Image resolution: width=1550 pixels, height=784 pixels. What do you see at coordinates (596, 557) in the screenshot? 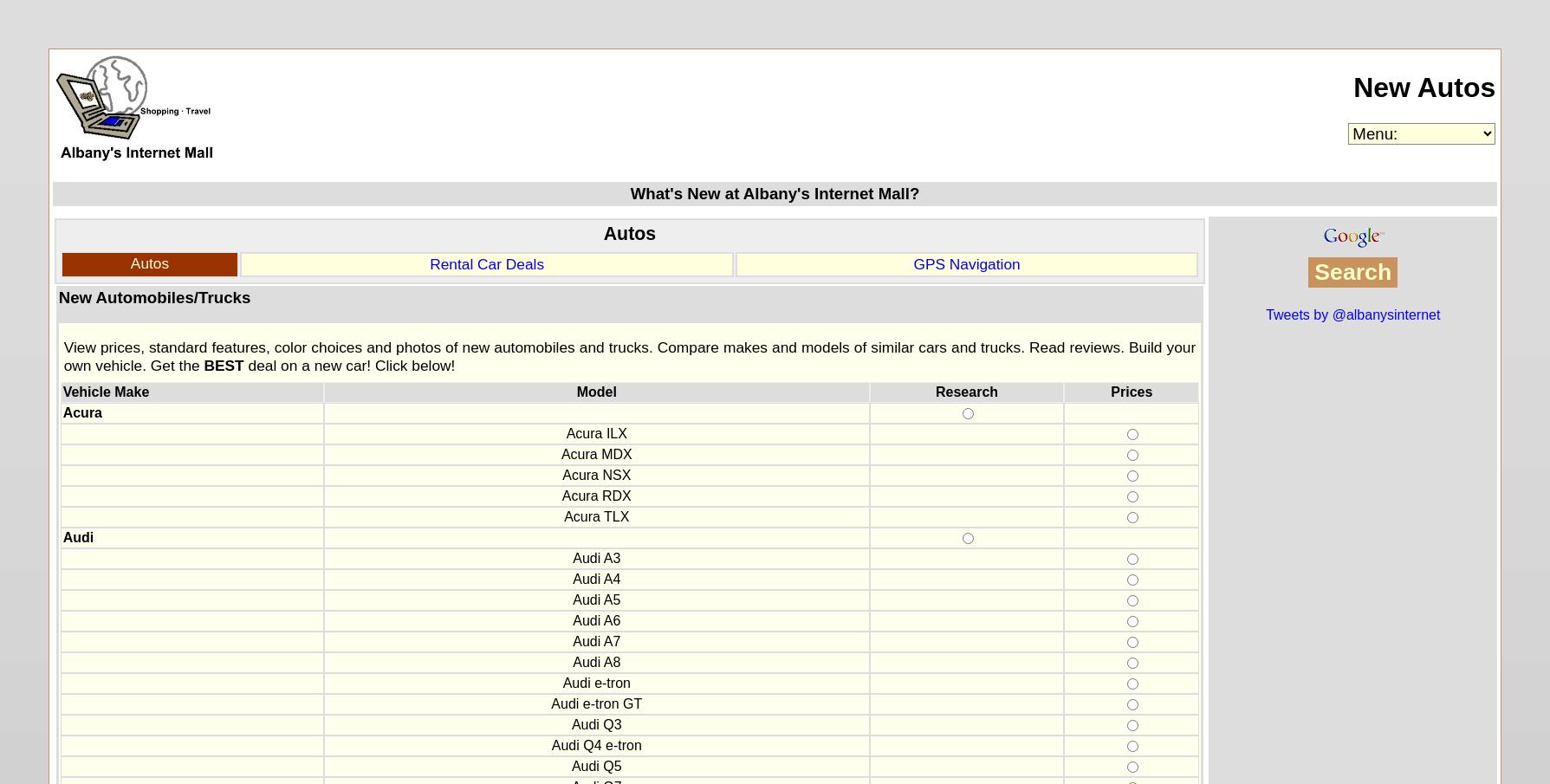
I see `'Audi A3'` at bounding box center [596, 557].